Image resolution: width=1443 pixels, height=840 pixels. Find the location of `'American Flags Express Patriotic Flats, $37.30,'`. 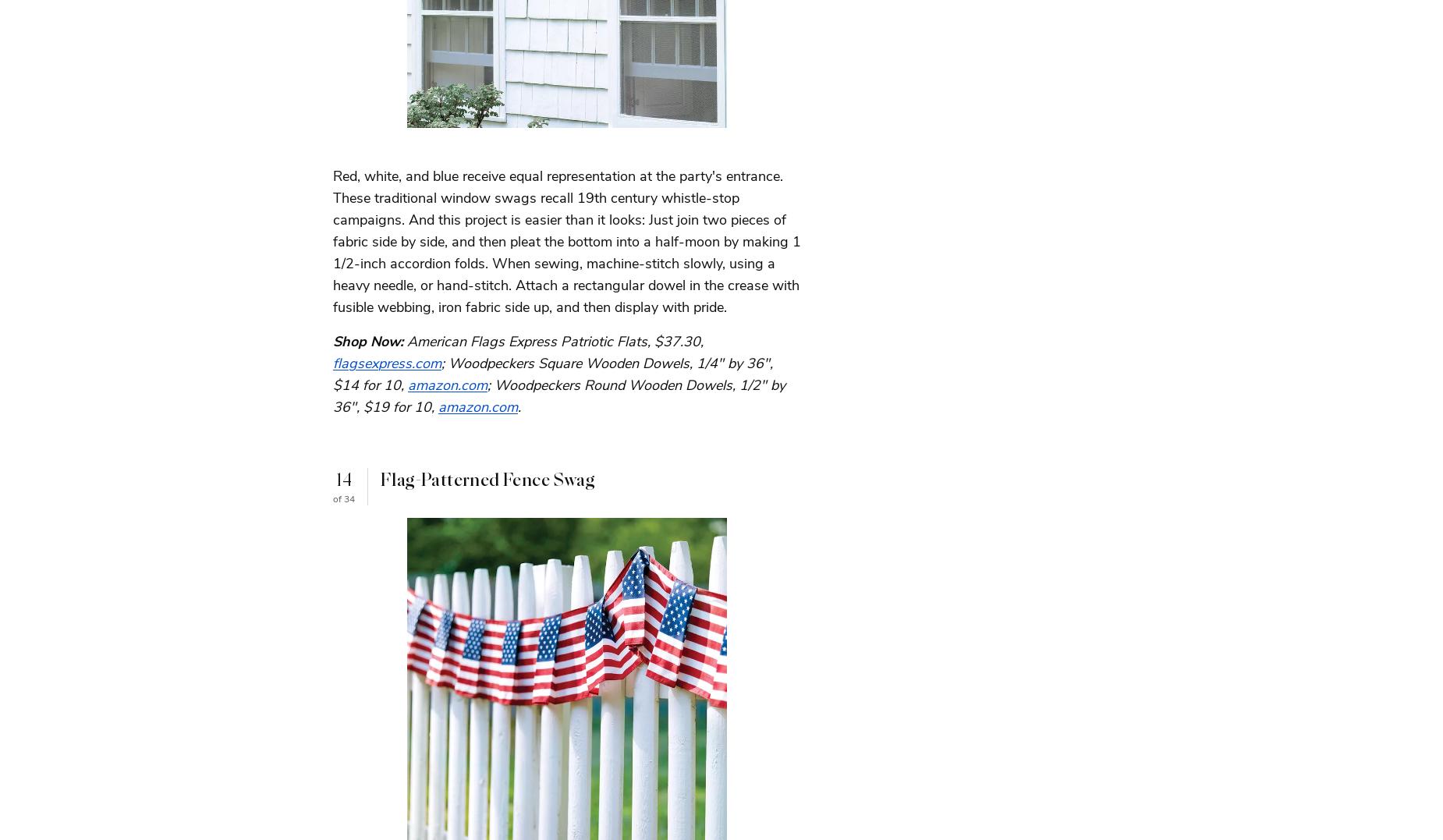

'American Flags Express Patriotic Flats, $37.30,' is located at coordinates (407, 340).